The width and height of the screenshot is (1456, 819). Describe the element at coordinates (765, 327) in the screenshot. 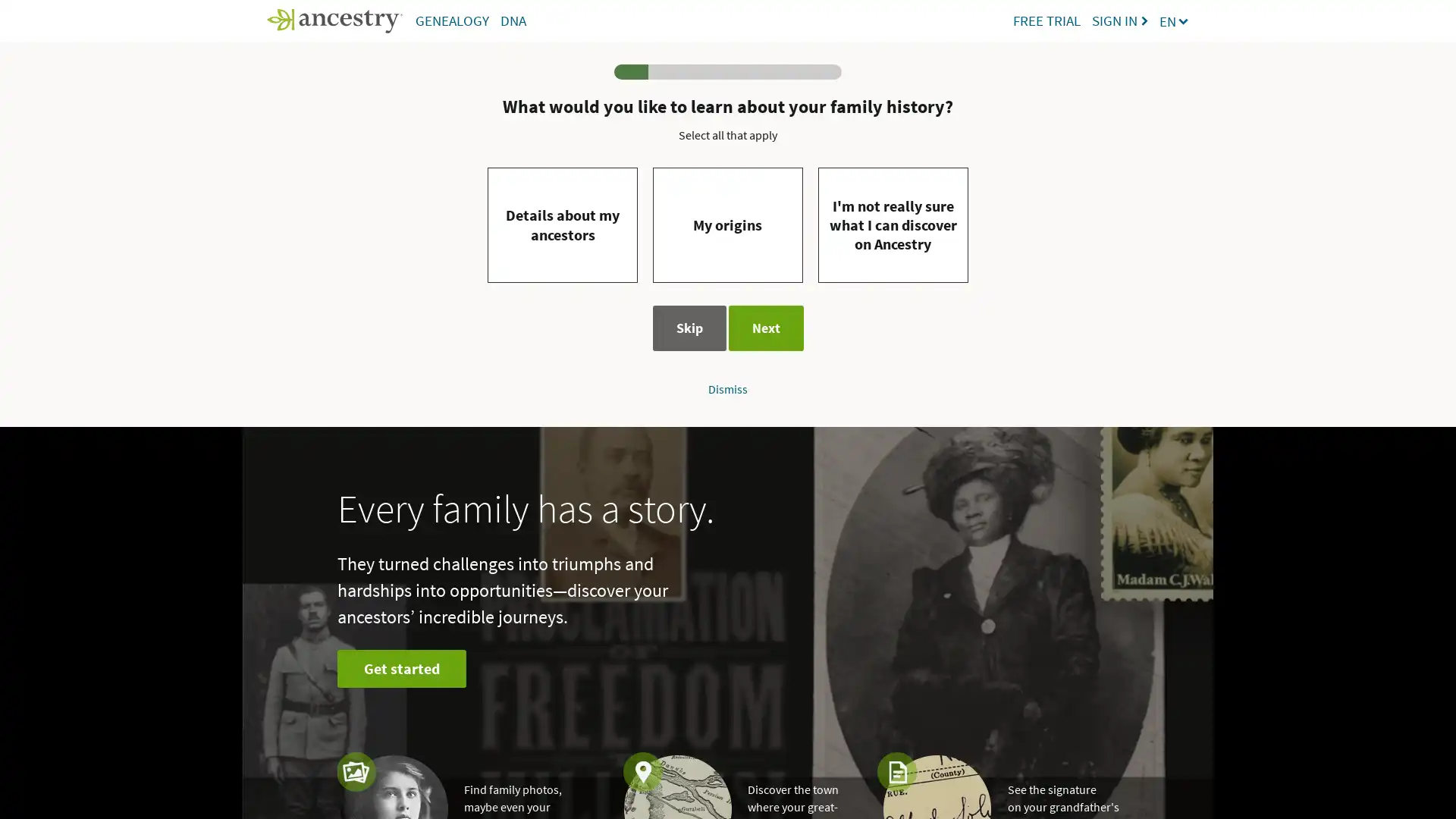

I see `Next` at that location.